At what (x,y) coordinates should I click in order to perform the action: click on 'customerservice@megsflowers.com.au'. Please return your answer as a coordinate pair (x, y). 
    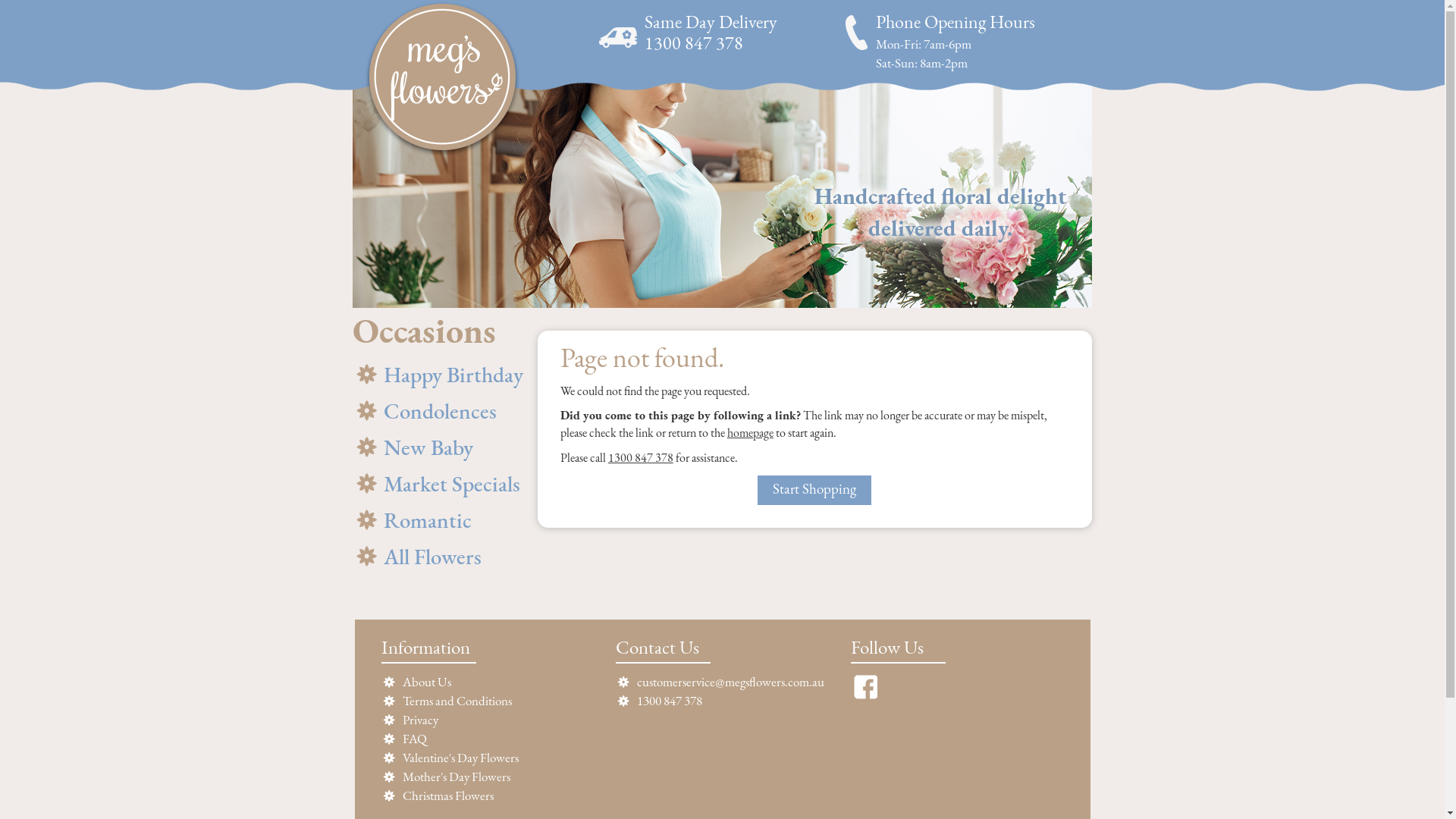
    Looking at the image, I should click on (637, 682).